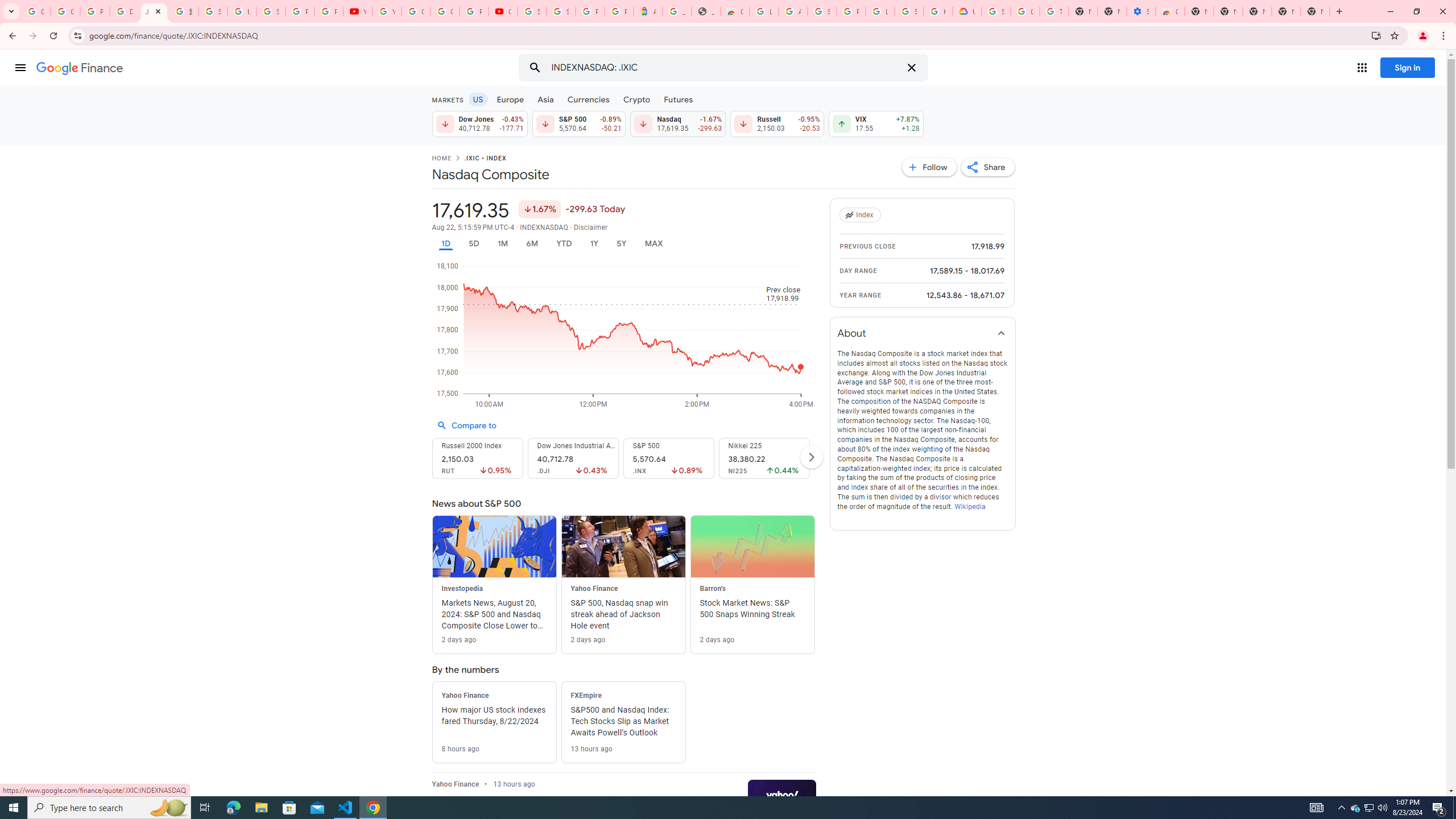  I want to click on 'Finance', so click(79, 68).